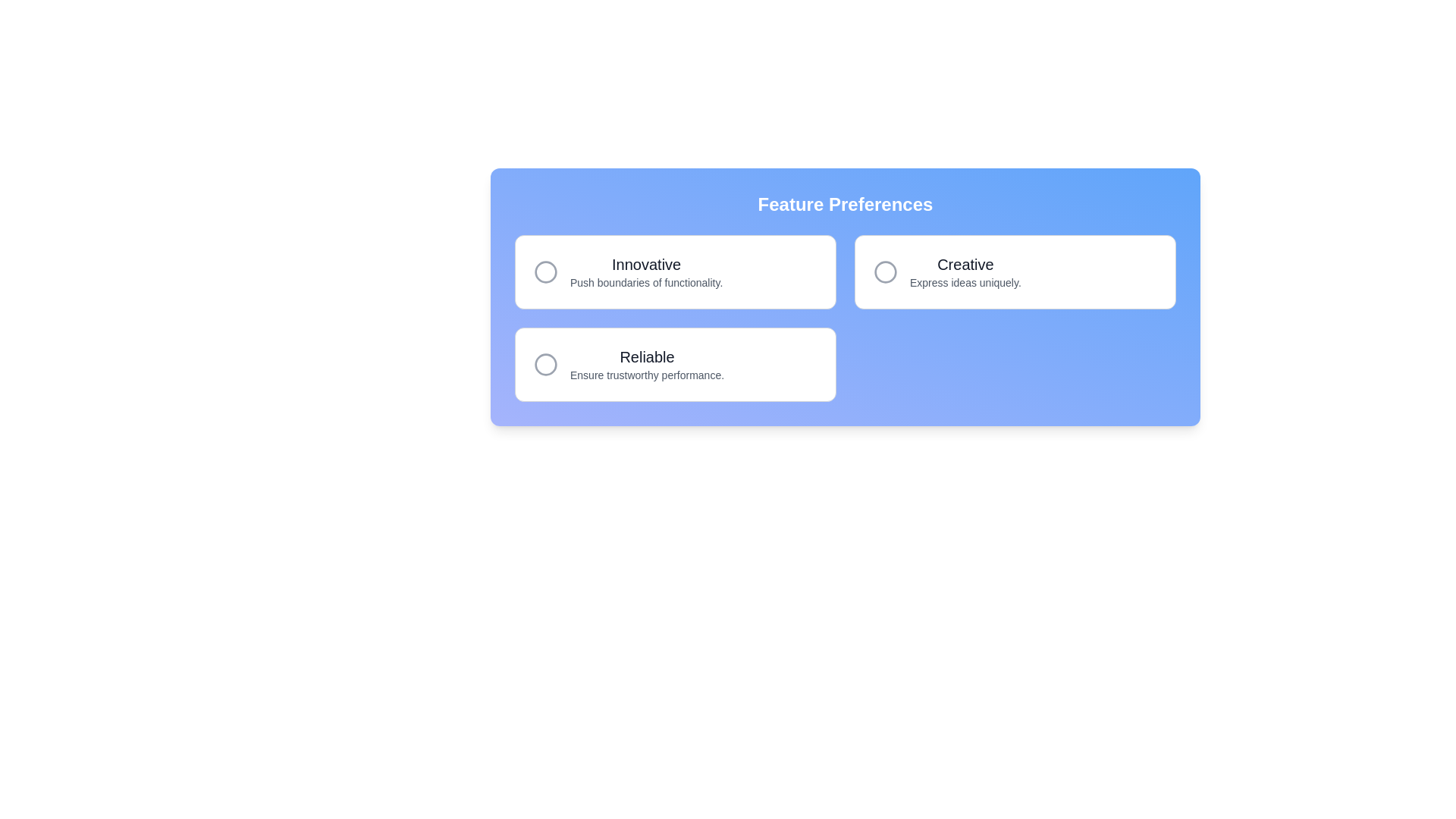 The width and height of the screenshot is (1456, 819). What do you see at coordinates (675, 271) in the screenshot?
I see `the top-left selectable card in the 'Feature Preferences' section` at bounding box center [675, 271].